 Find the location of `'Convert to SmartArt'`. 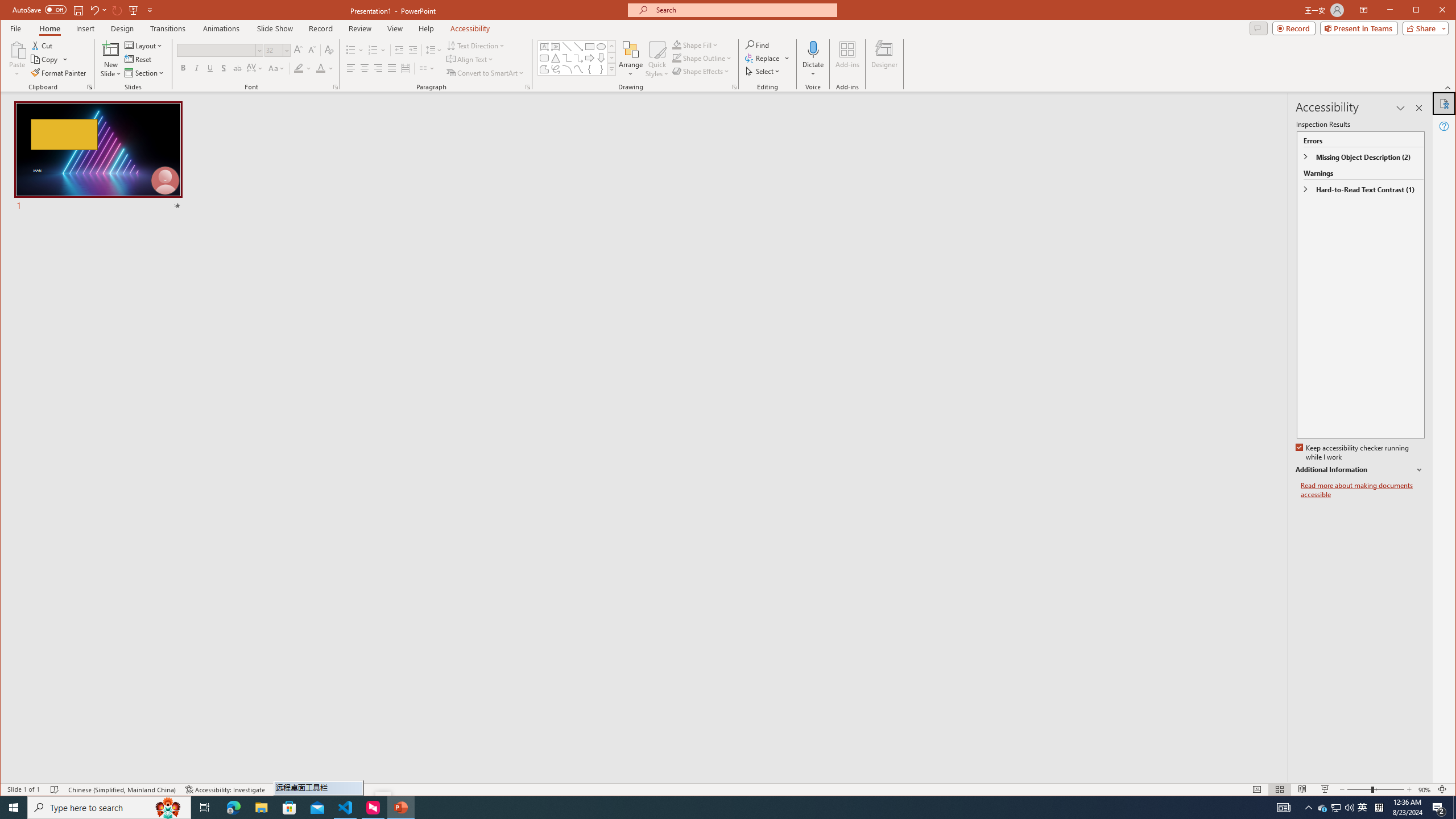

'Convert to SmartArt' is located at coordinates (485, 72).